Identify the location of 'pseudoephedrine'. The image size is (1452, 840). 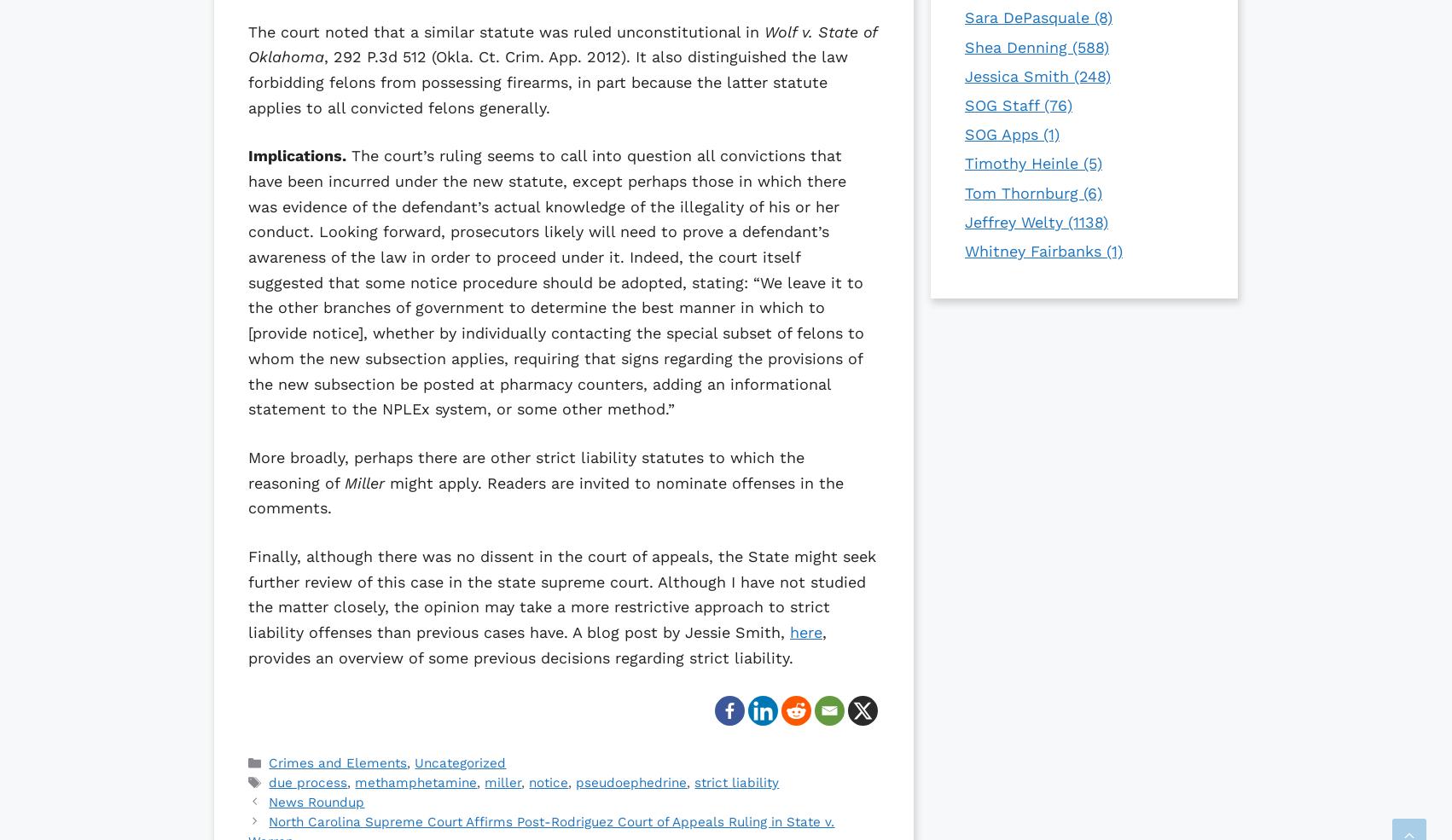
(630, 782).